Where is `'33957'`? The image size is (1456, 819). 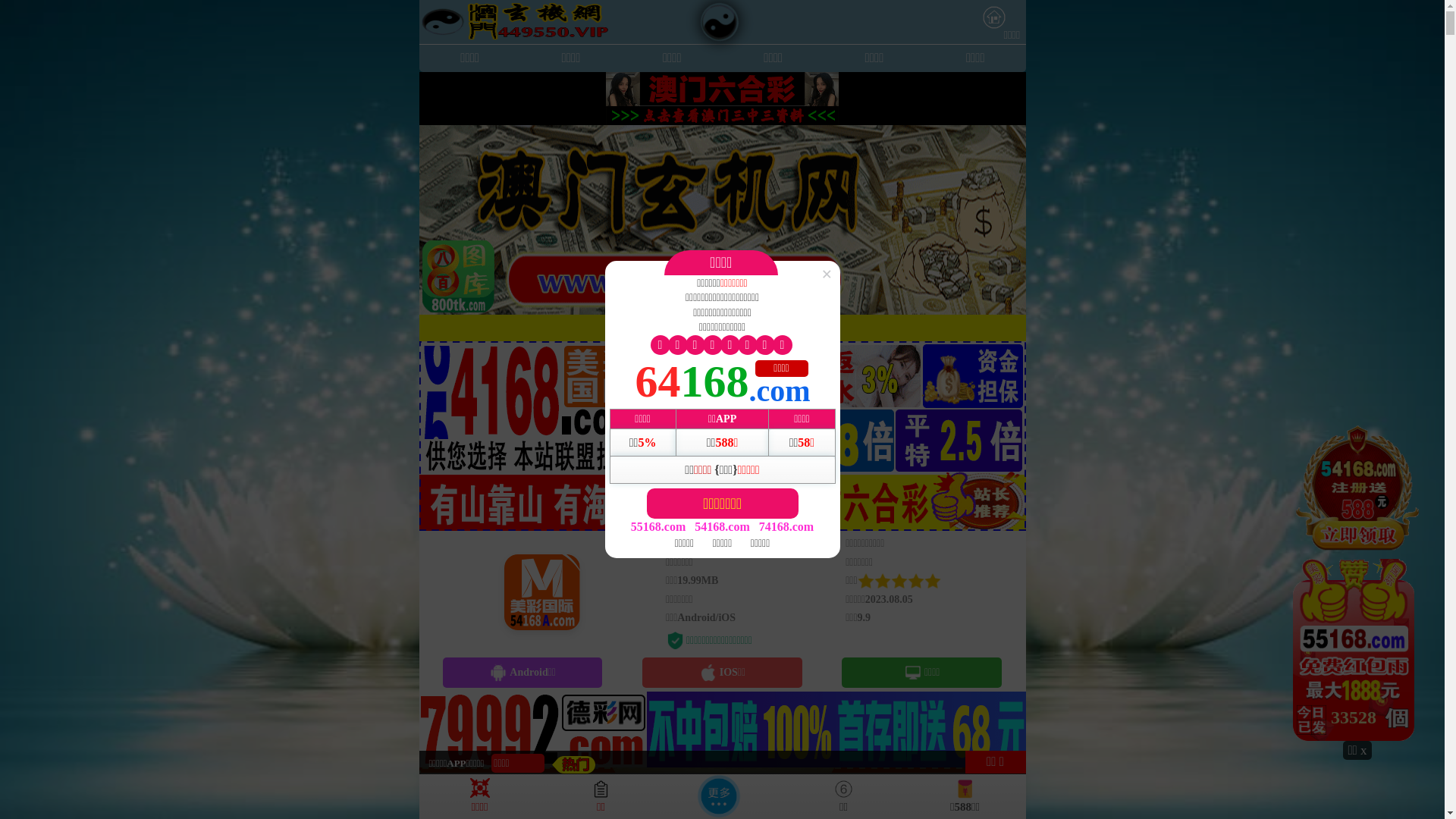 '33957' is located at coordinates (1357, 582).